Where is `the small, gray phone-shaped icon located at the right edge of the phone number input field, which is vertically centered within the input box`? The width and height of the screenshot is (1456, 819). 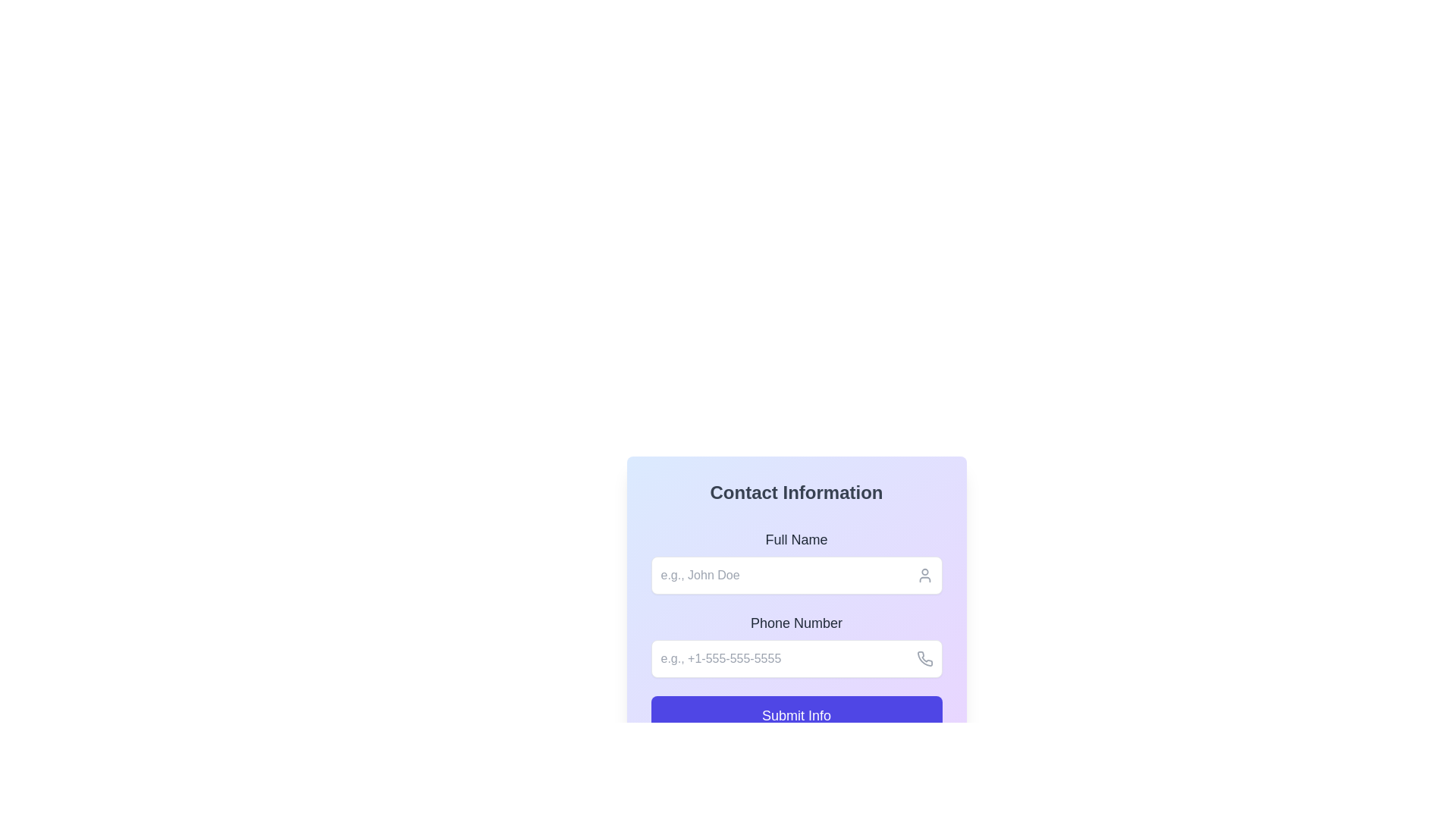 the small, gray phone-shaped icon located at the right edge of the phone number input field, which is vertically centered within the input box is located at coordinates (924, 657).